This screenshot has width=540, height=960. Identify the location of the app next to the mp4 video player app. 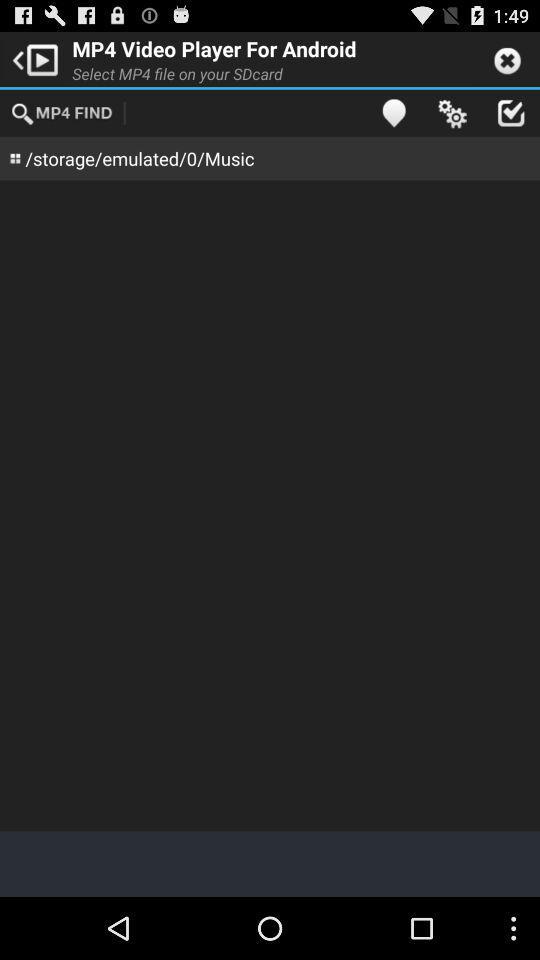
(31, 57).